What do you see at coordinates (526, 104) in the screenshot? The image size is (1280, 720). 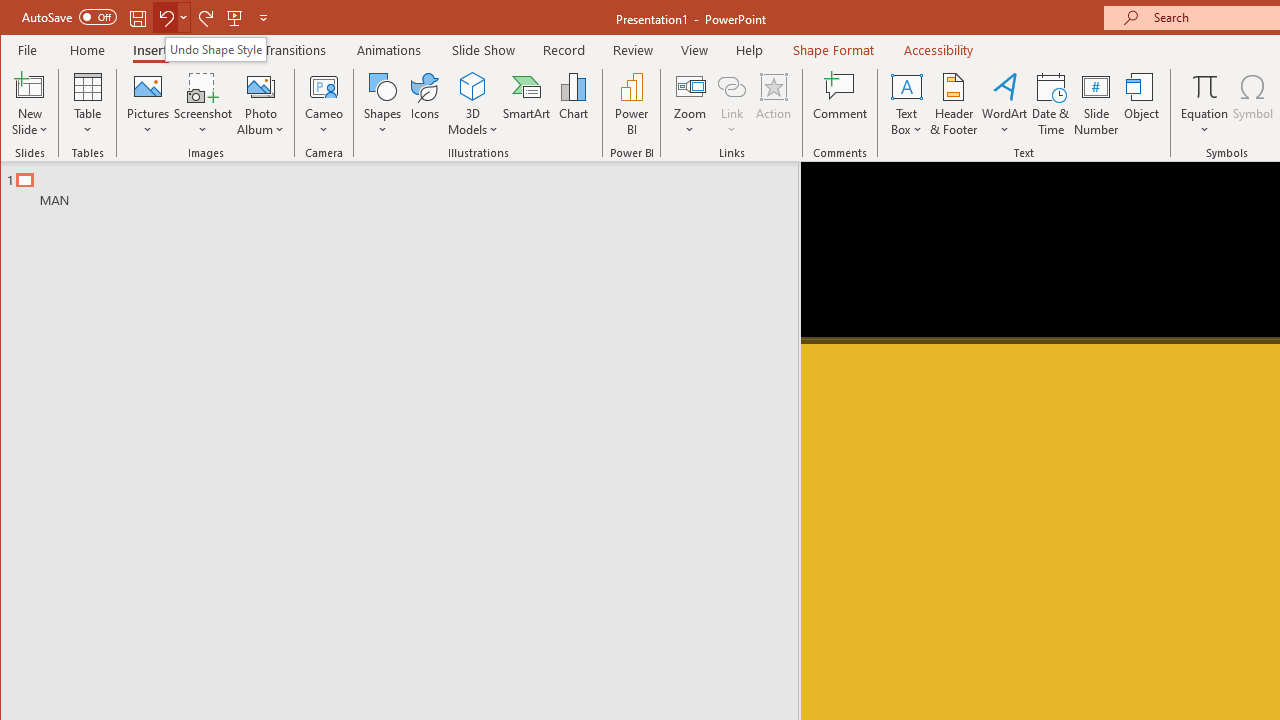 I see `'SmartArt...'` at bounding box center [526, 104].